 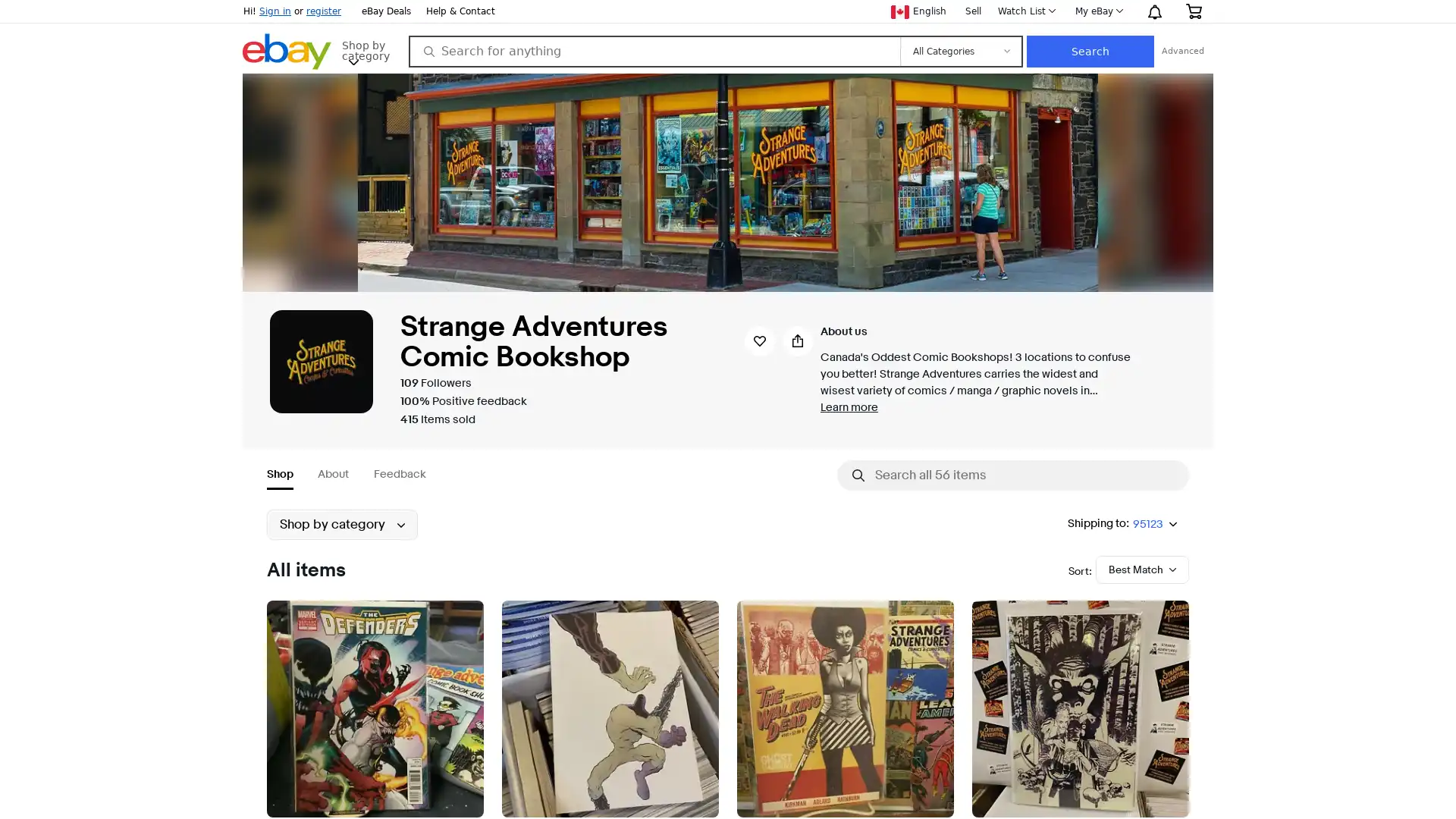 What do you see at coordinates (369, 49) in the screenshot?
I see `Shop by category` at bounding box center [369, 49].